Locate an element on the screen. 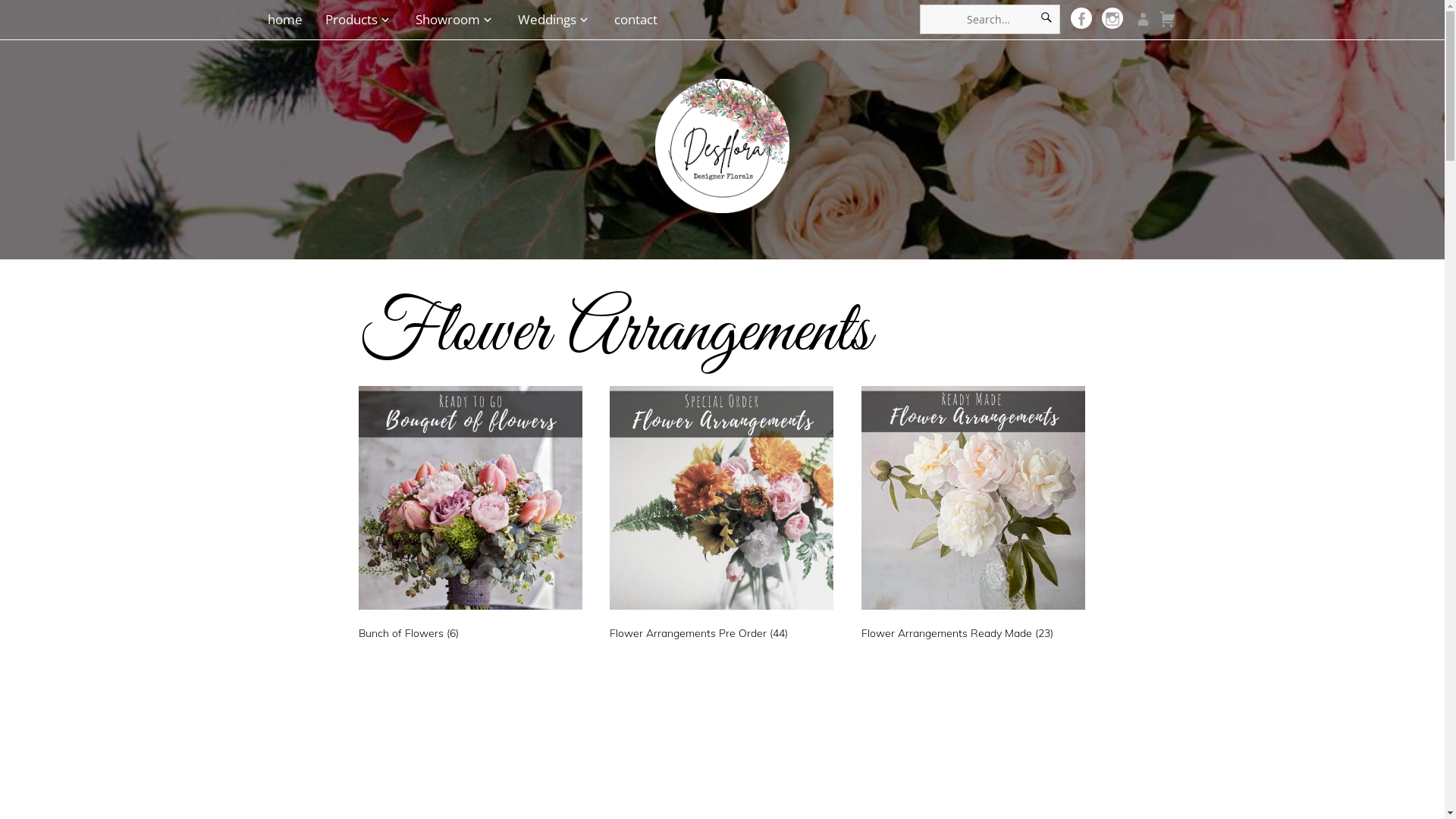 Image resolution: width=1456 pixels, height=819 pixels. 'Weddings' is located at coordinates (510, 19).